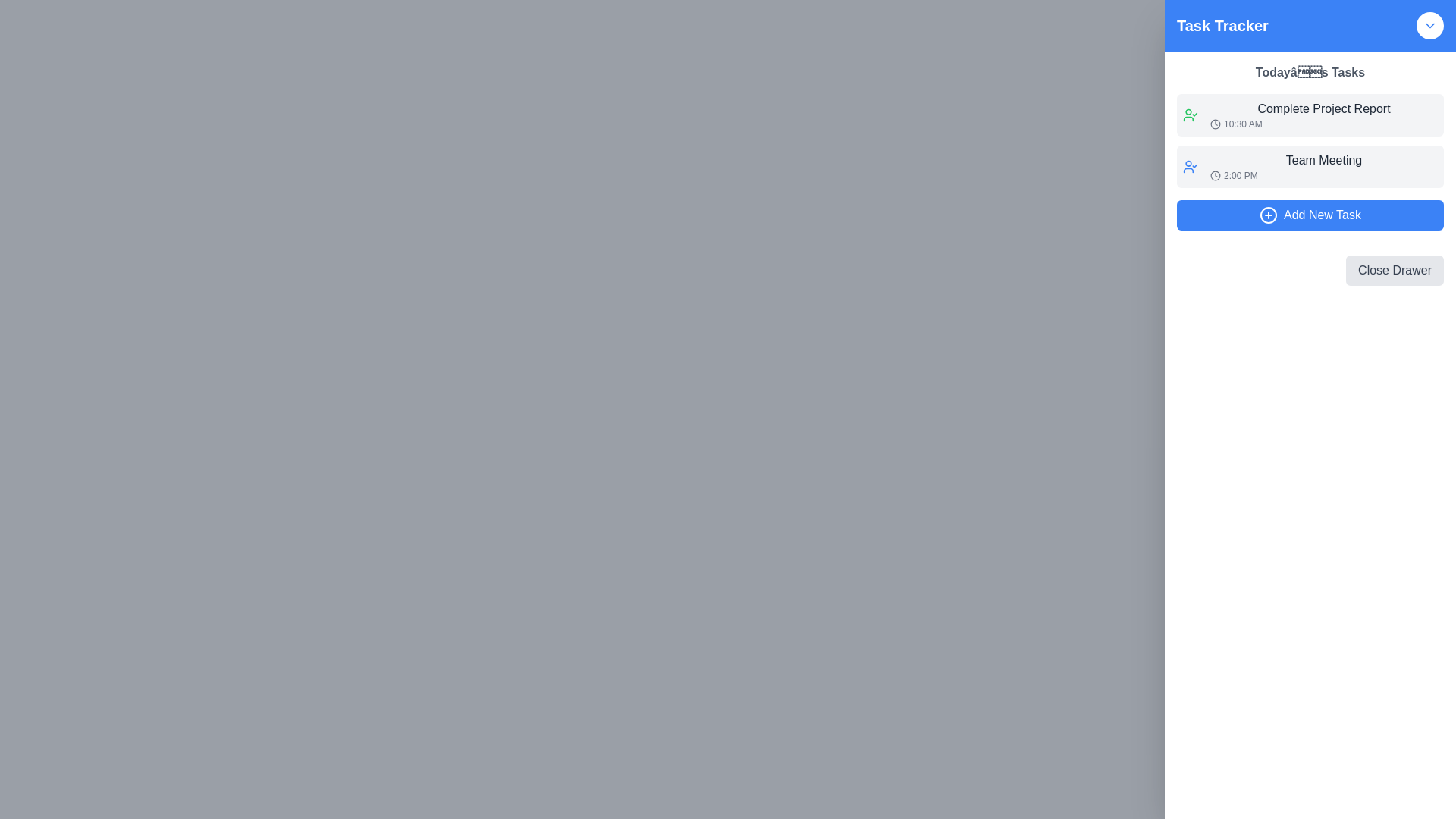 The width and height of the screenshot is (1456, 819). I want to click on the circular '+' icon with a blue background located to the left of the 'Add New Task' text in the button, so click(1269, 215).